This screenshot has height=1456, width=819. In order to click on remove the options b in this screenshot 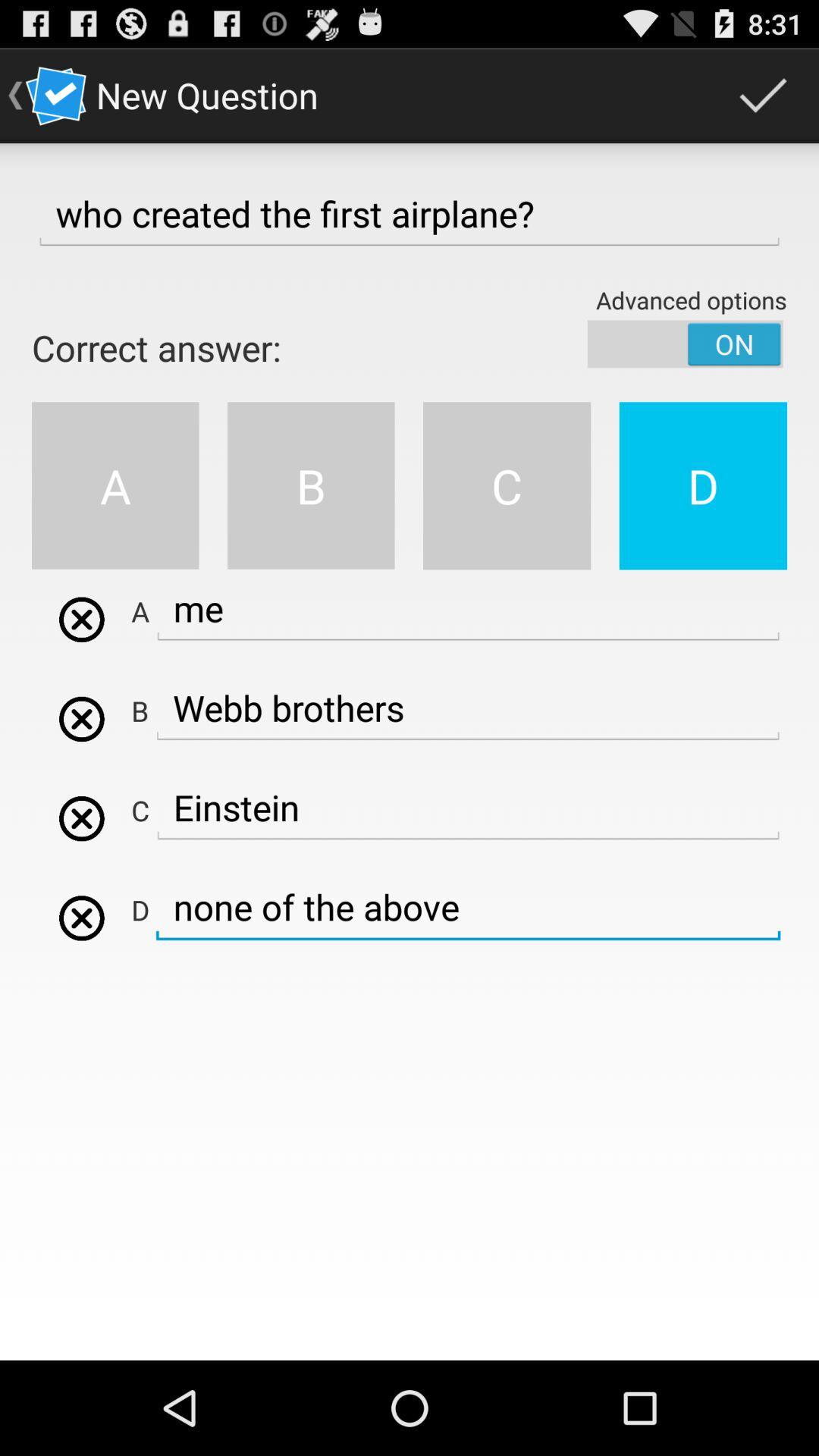, I will do `click(81, 718)`.